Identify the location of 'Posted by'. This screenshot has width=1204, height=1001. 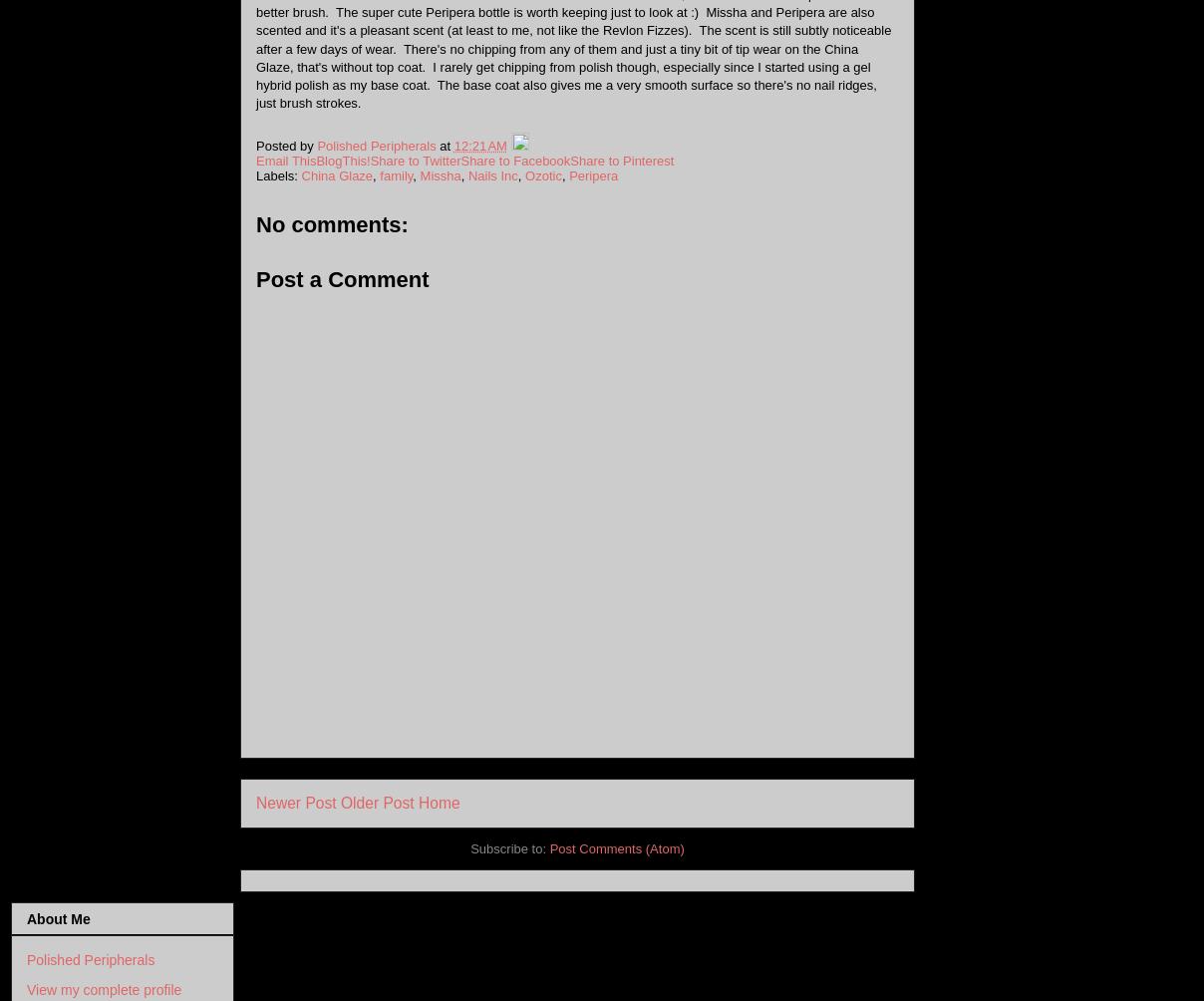
(286, 144).